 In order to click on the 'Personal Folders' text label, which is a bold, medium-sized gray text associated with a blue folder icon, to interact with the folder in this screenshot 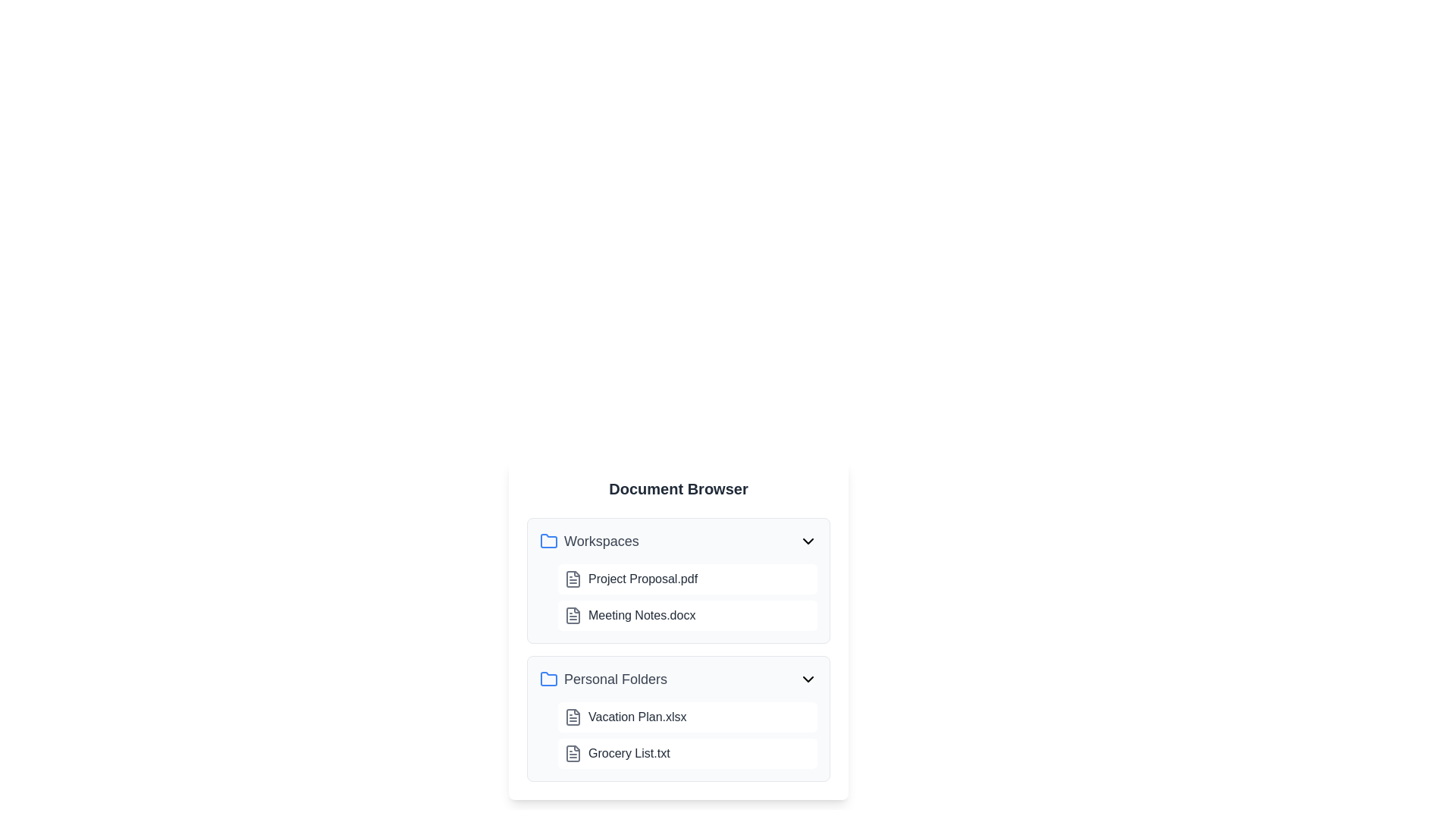, I will do `click(615, 678)`.